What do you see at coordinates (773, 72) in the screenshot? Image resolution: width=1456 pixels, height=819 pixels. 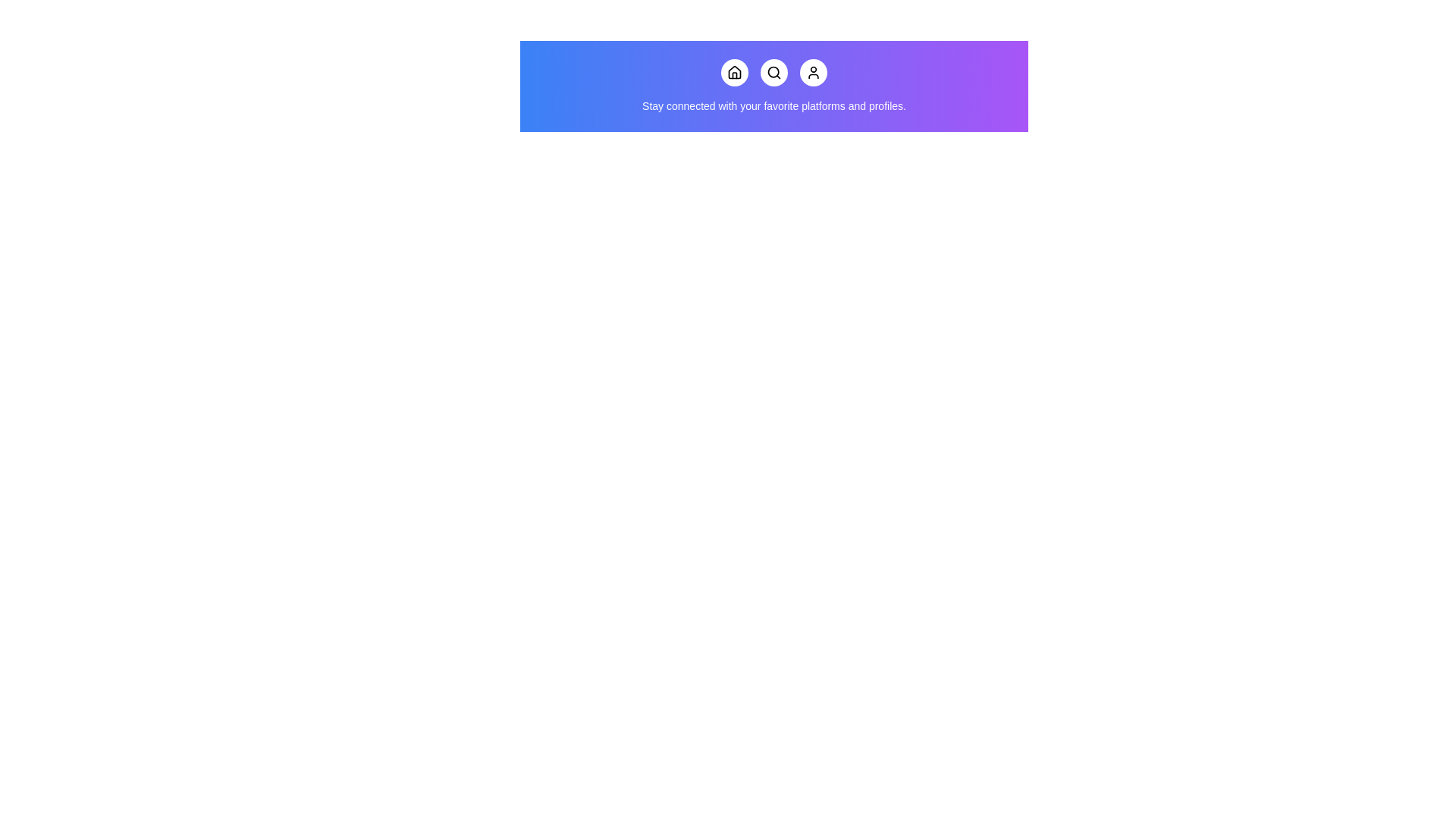 I see `the circular outline within the magnifying glass icon located in the navigation bar at the top of the interface` at bounding box center [773, 72].